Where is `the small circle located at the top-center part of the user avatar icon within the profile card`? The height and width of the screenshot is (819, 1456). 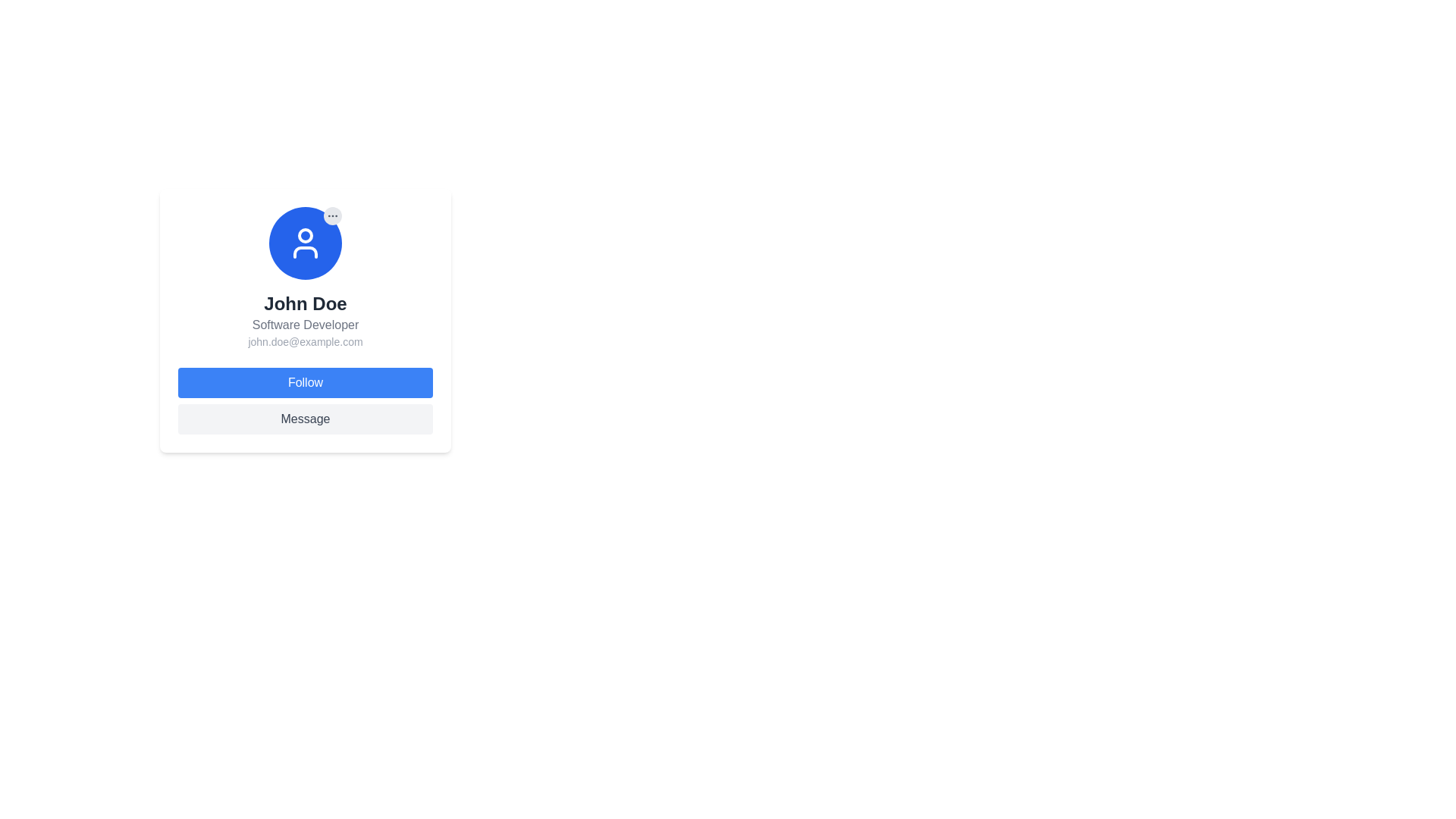
the small circle located at the top-center part of the user avatar icon within the profile card is located at coordinates (305, 236).